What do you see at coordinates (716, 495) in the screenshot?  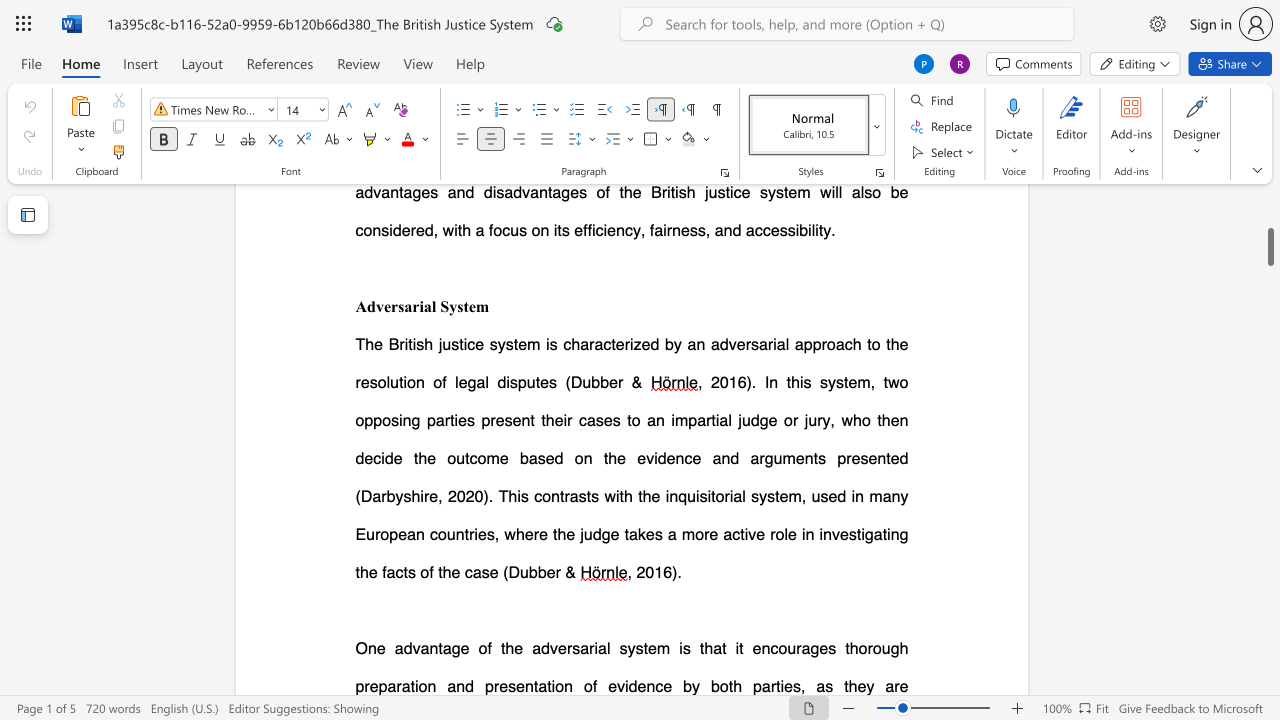 I see `the space between the continuous character "t" and "o" in the text` at bounding box center [716, 495].